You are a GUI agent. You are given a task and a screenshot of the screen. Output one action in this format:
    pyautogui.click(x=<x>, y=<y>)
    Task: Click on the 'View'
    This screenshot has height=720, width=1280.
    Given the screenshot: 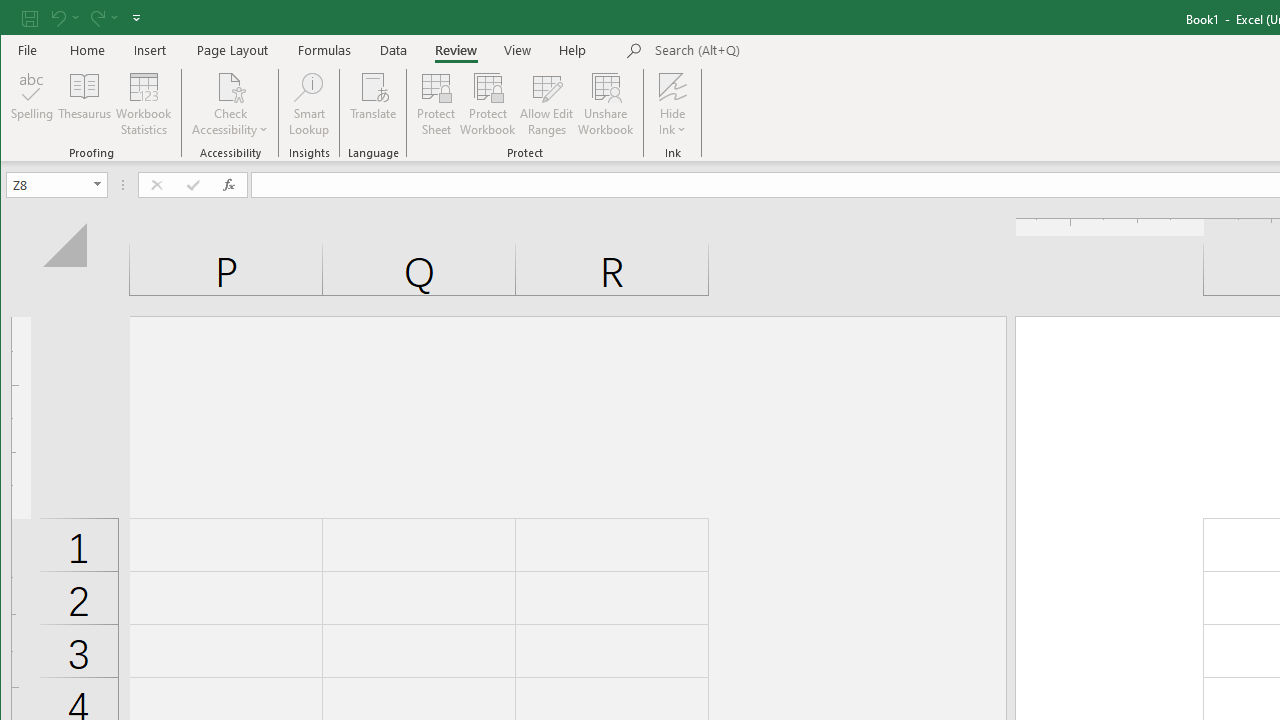 What is the action you would take?
    pyautogui.click(x=518, y=49)
    